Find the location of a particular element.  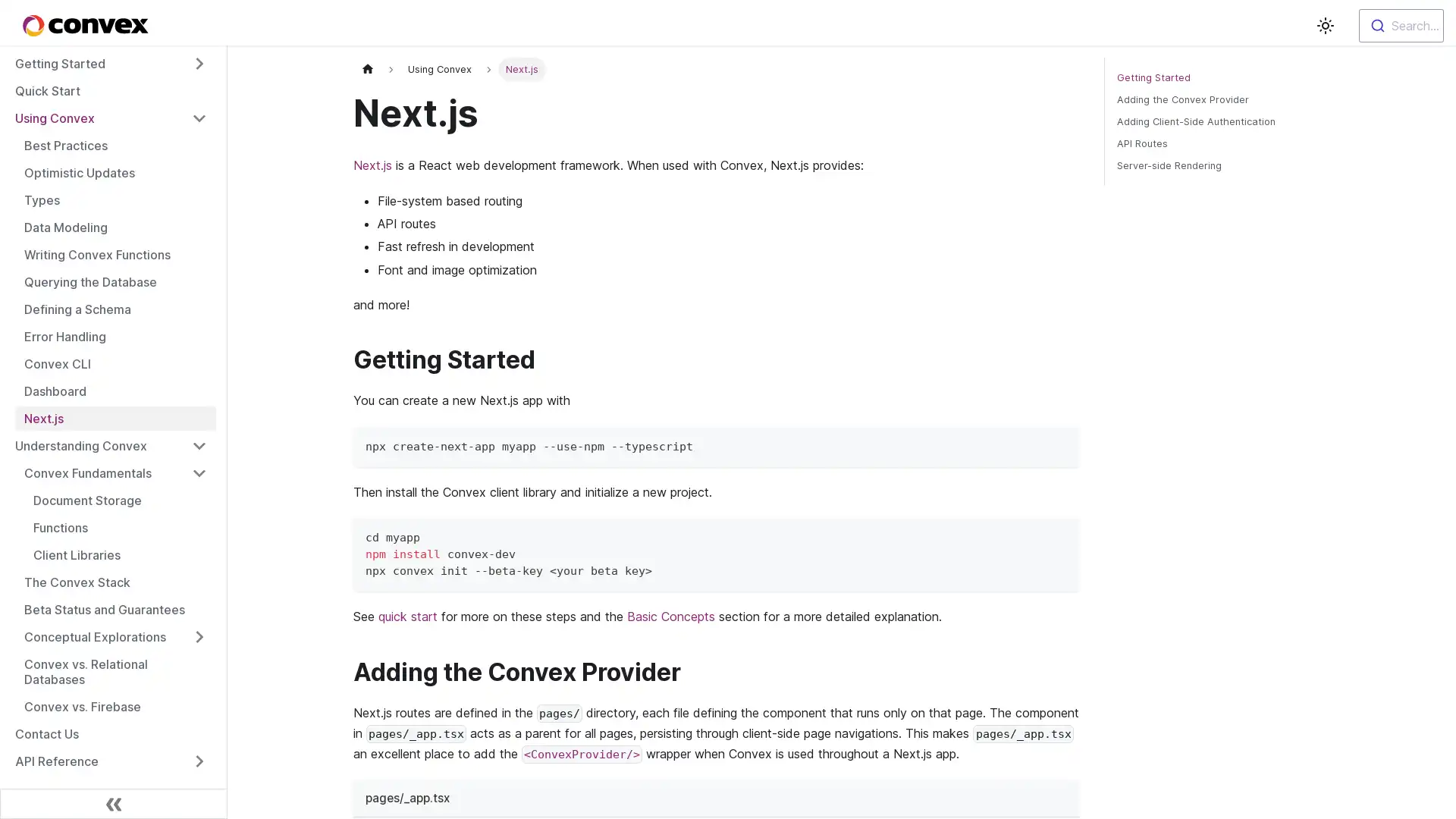

Copy code to clipboard is located at coordinates (1060, 444).